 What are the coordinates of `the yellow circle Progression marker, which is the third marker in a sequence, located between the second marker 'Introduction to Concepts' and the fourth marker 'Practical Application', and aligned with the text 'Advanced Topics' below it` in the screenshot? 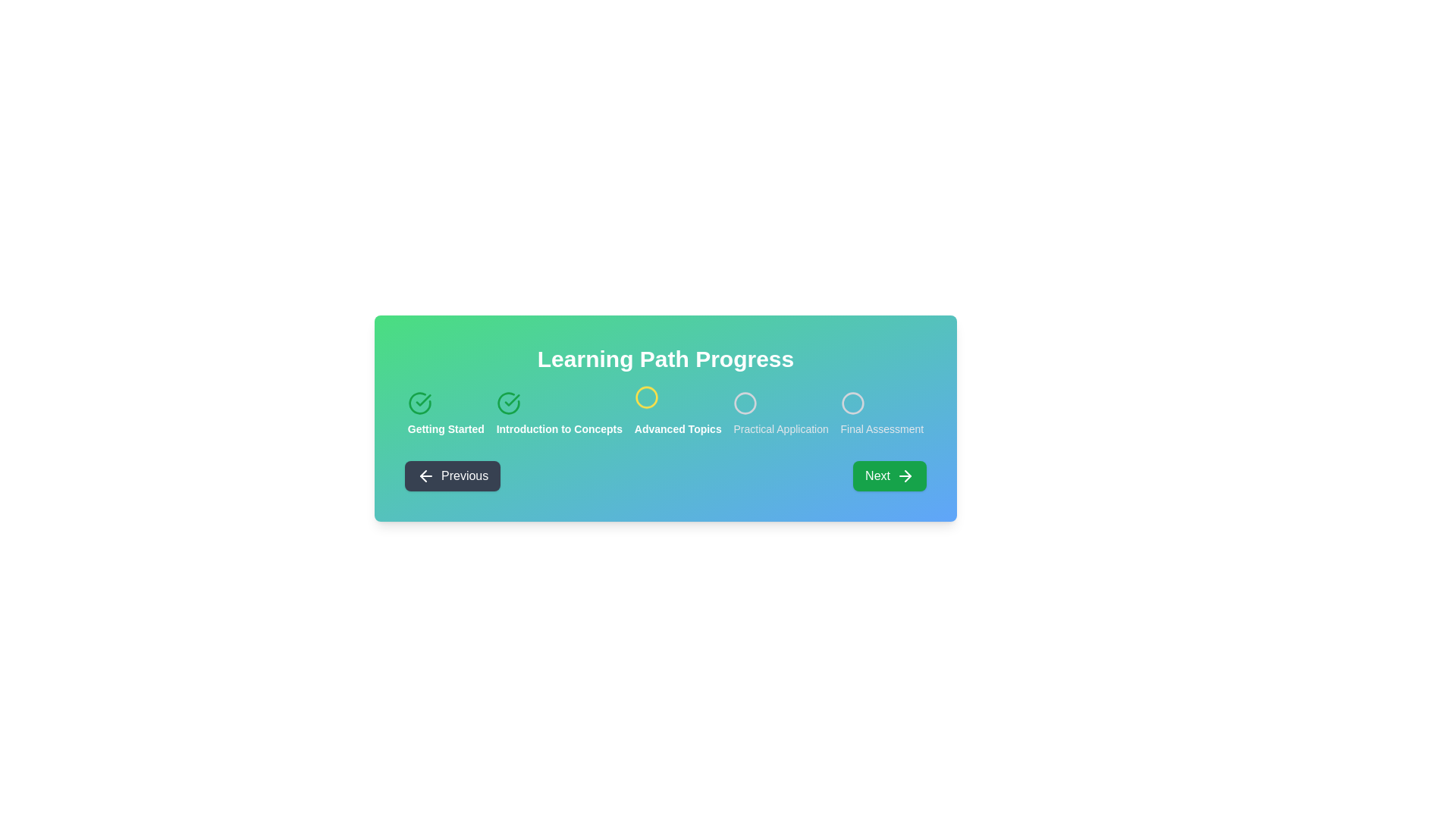 It's located at (646, 400).